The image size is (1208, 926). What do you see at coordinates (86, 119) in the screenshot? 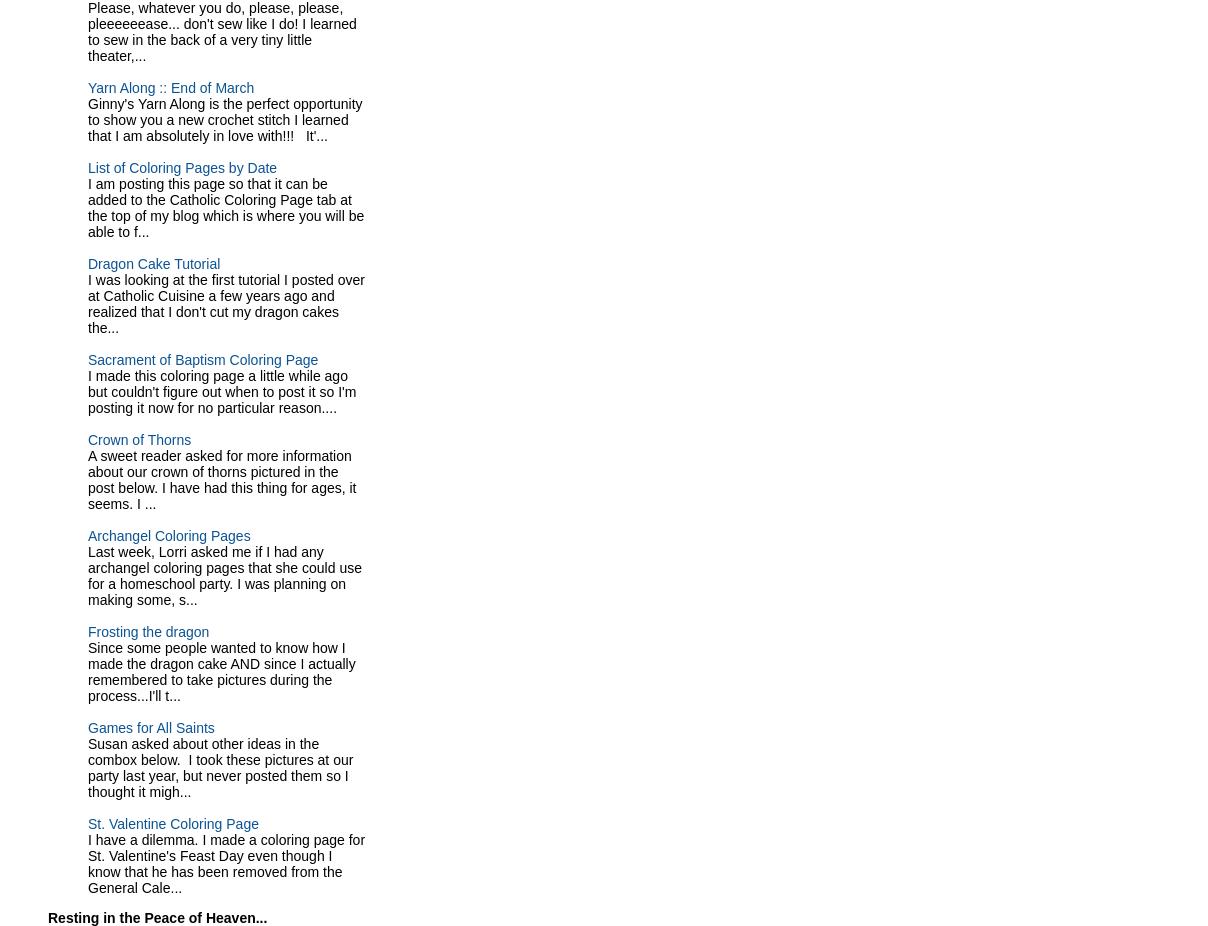
I see `'Ginny's Yarn Along  is the perfect opportunity to show you a new crochet stitch I learned that I am absolutely in love with!!!   It'...'` at bounding box center [86, 119].